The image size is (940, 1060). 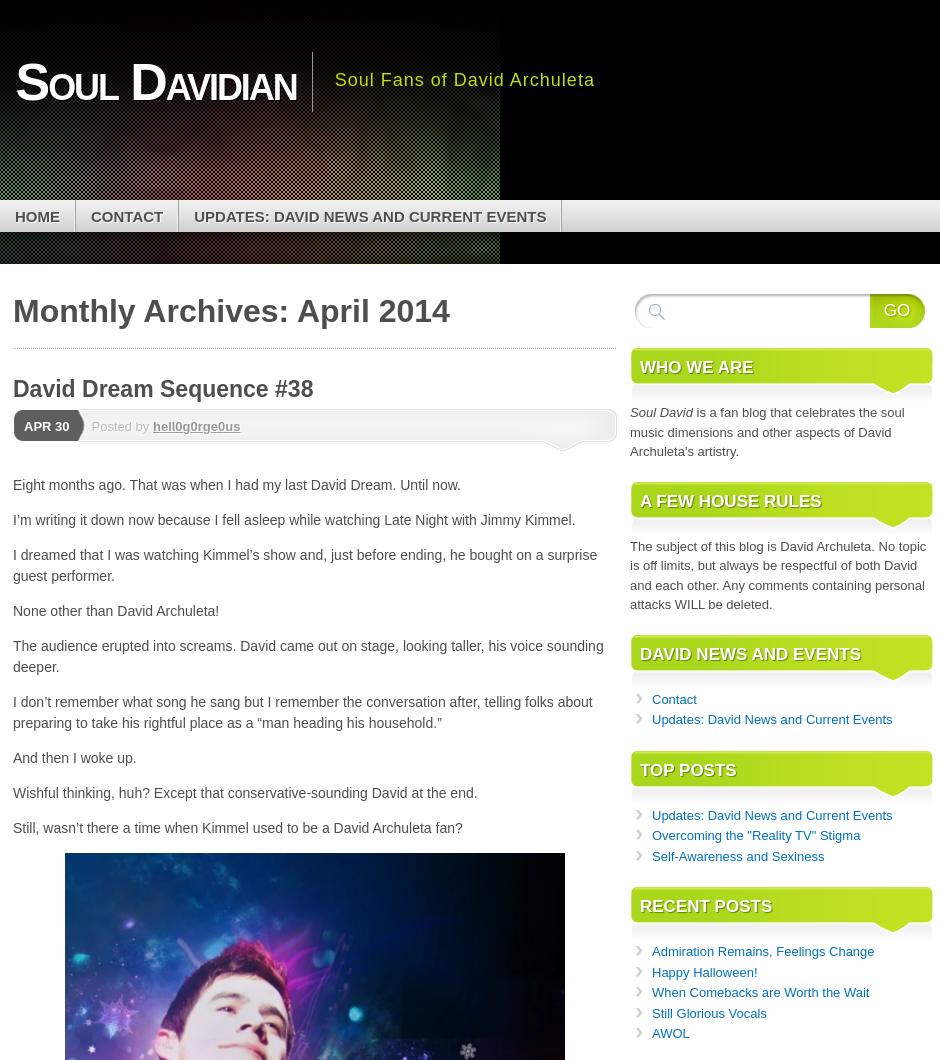 What do you see at coordinates (23, 425) in the screenshot?
I see `'Apr 30'` at bounding box center [23, 425].